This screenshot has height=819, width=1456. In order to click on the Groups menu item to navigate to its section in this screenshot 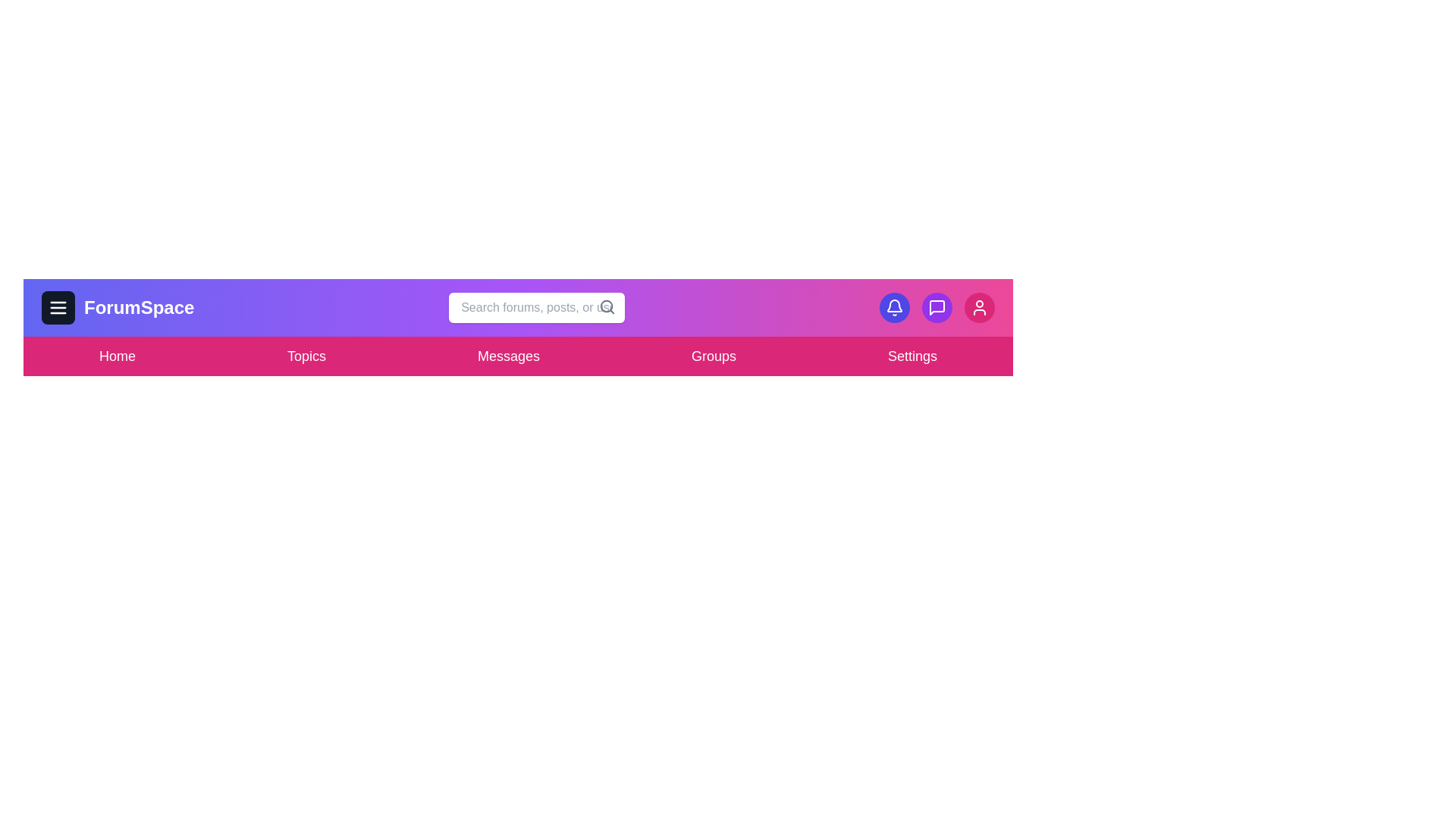, I will do `click(713, 356)`.